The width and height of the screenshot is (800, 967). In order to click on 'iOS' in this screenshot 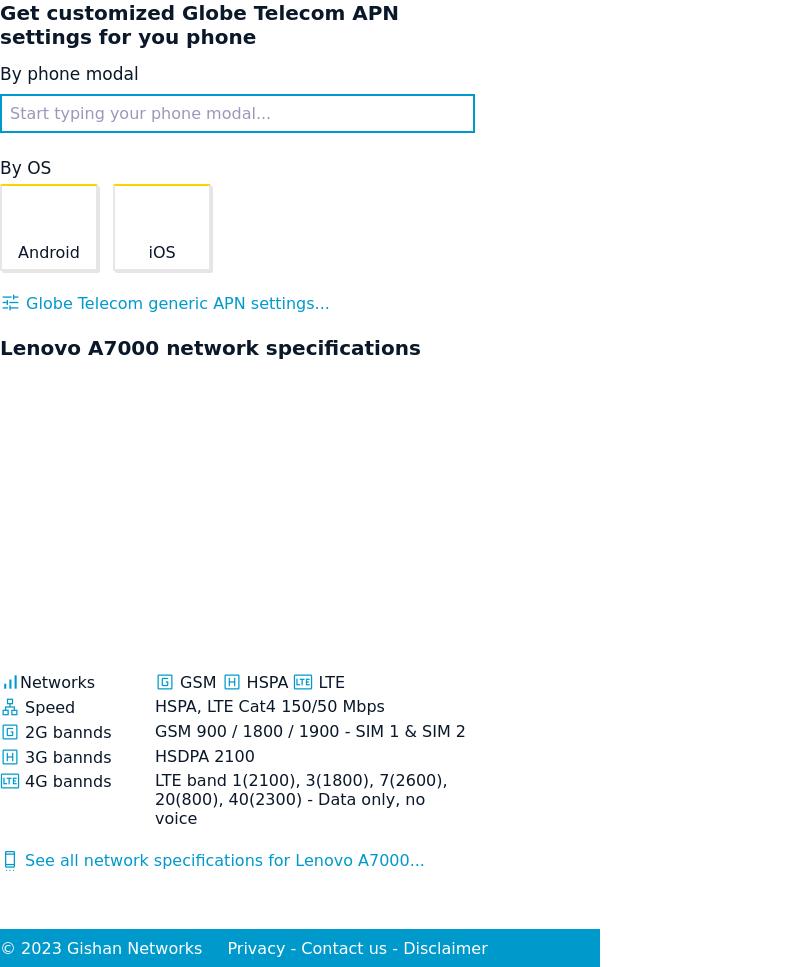, I will do `click(161, 252)`.